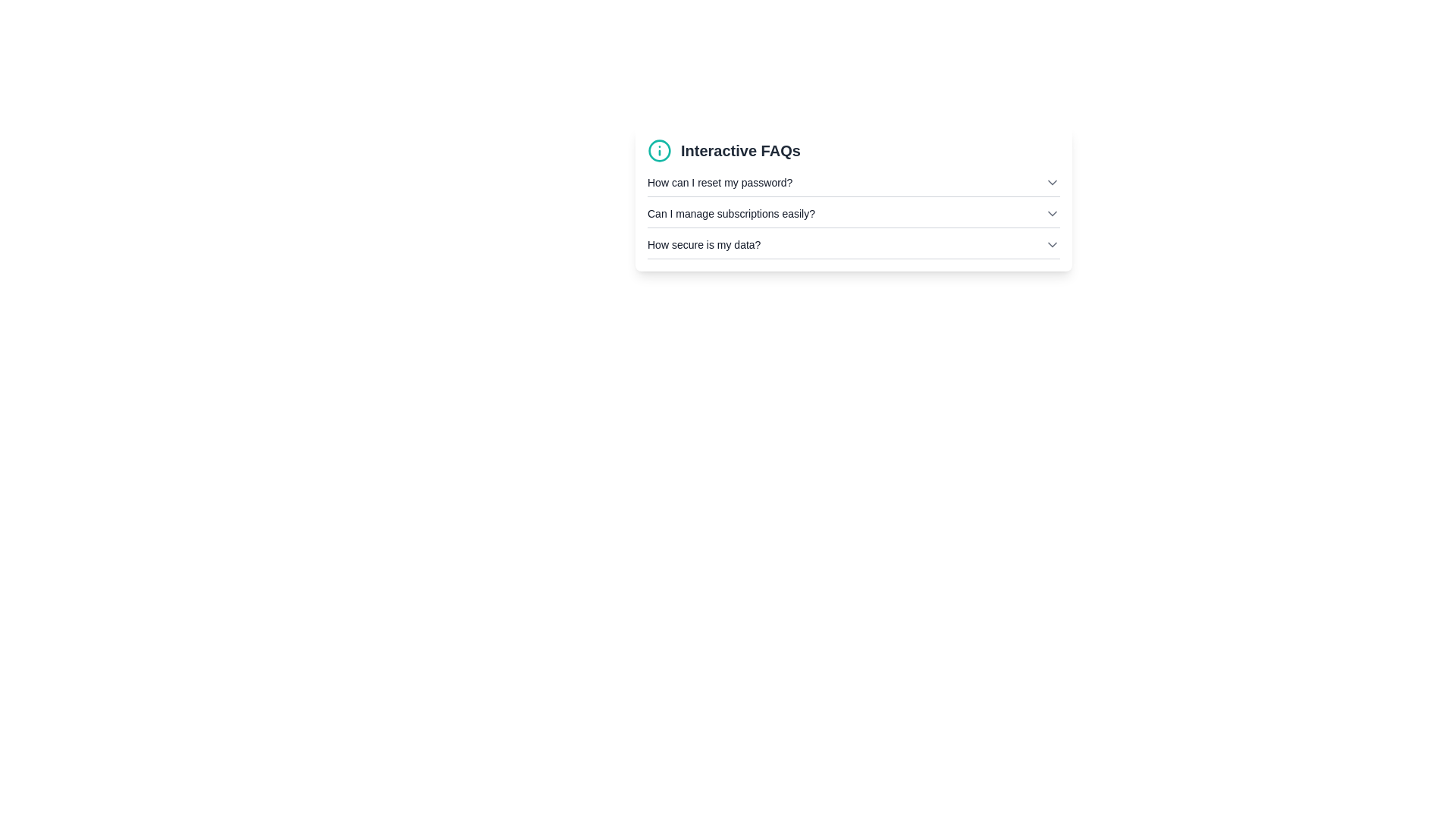 The height and width of the screenshot is (819, 1456). Describe the element at coordinates (1051, 244) in the screenshot. I see `the downward-pointing chevron icon next to the text 'How secure is my data?'` at that location.